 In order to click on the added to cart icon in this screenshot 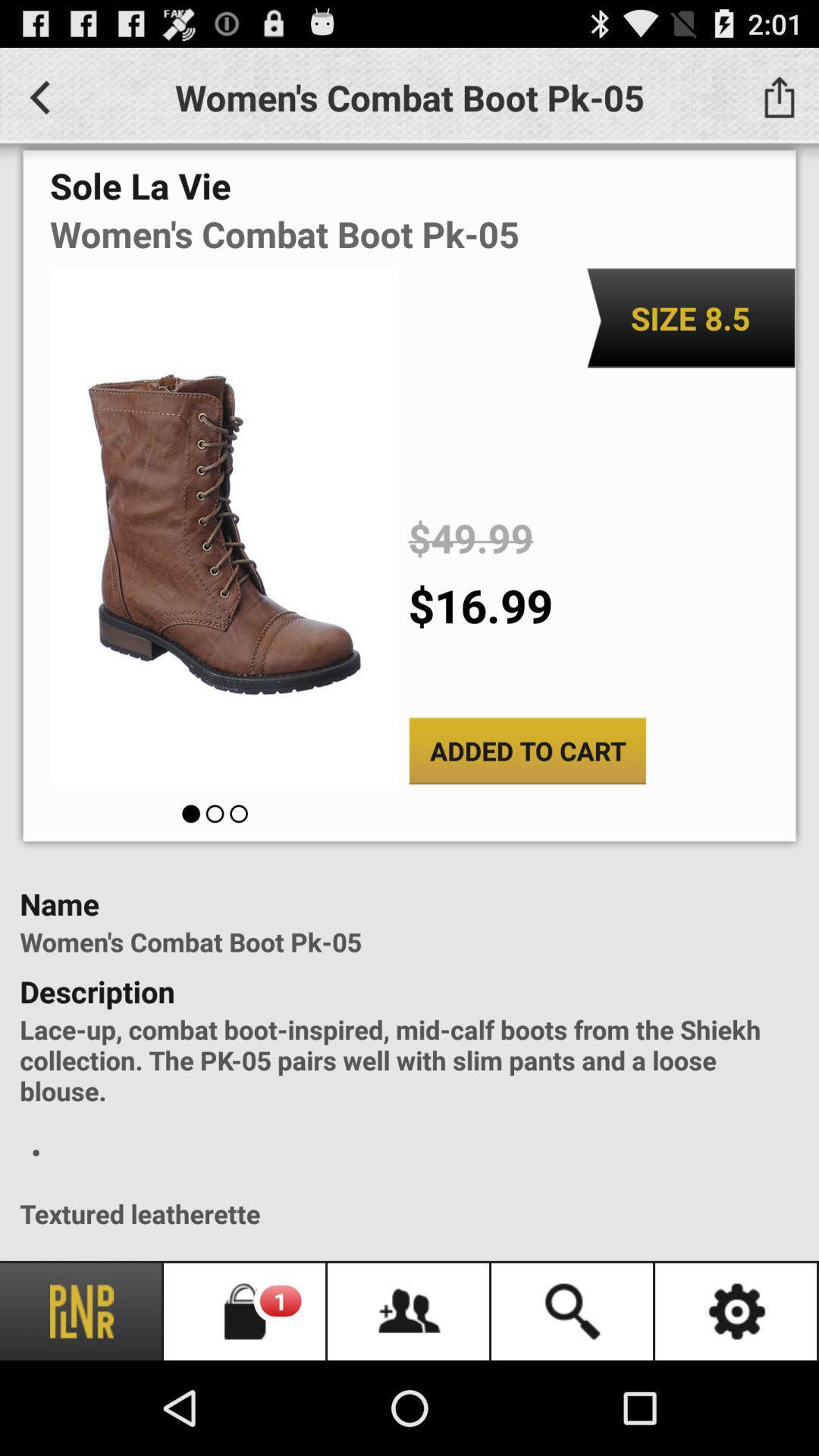, I will do `click(526, 751)`.